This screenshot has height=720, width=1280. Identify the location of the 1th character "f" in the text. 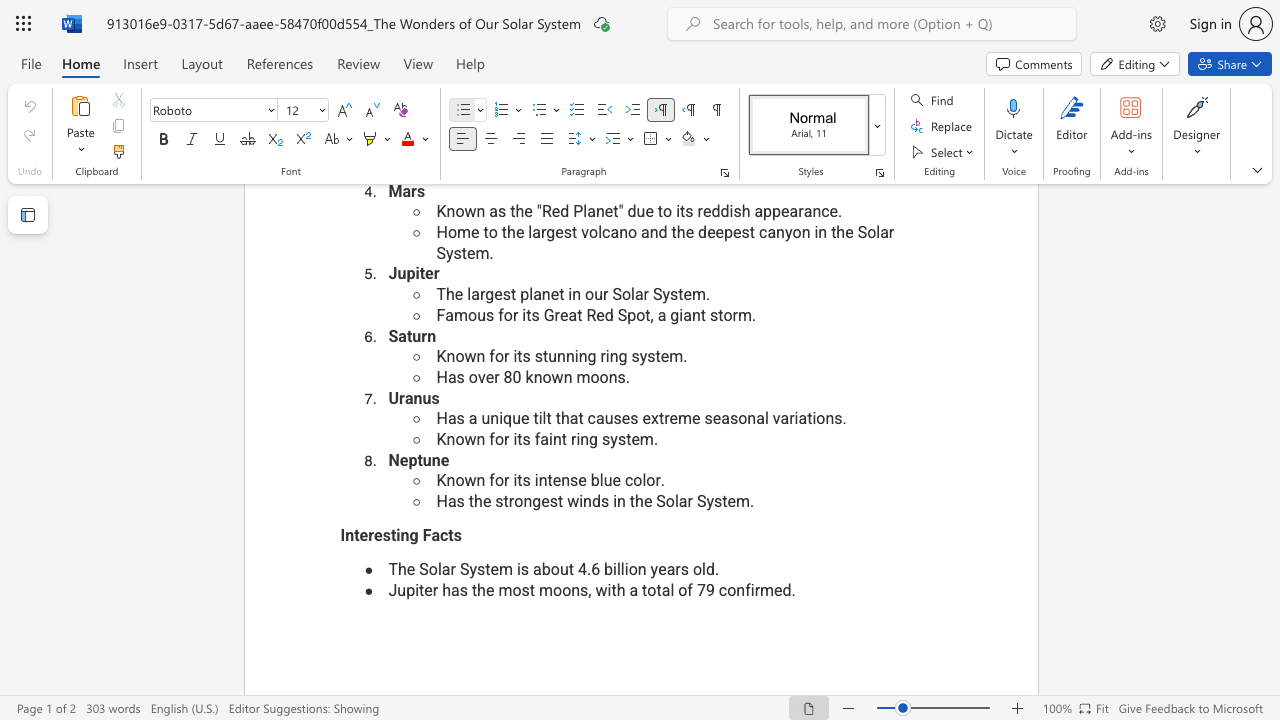
(492, 480).